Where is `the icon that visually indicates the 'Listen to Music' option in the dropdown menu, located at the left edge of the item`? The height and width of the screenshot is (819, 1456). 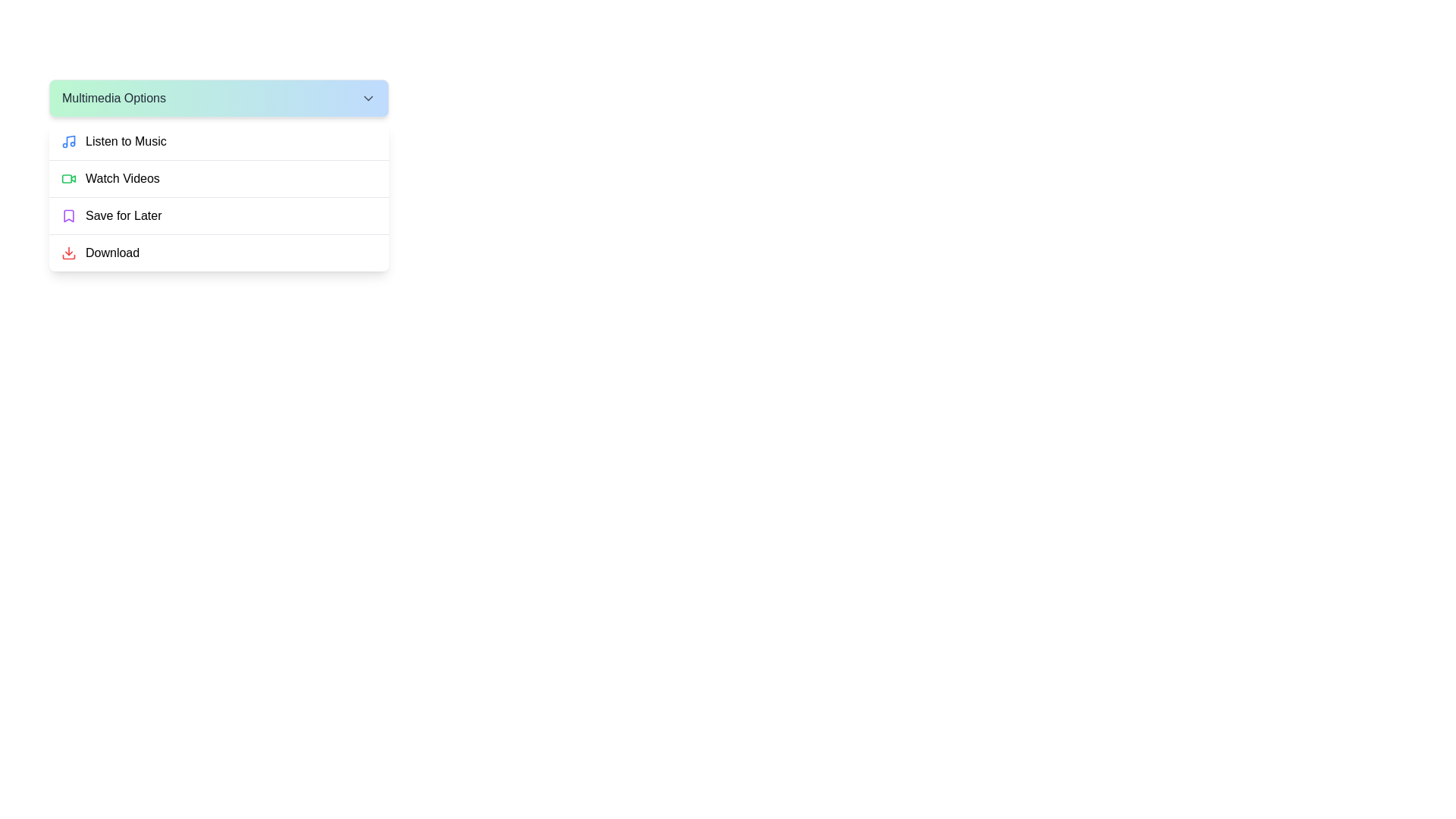
the icon that visually indicates the 'Listen to Music' option in the dropdown menu, located at the left edge of the item is located at coordinates (68, 141).